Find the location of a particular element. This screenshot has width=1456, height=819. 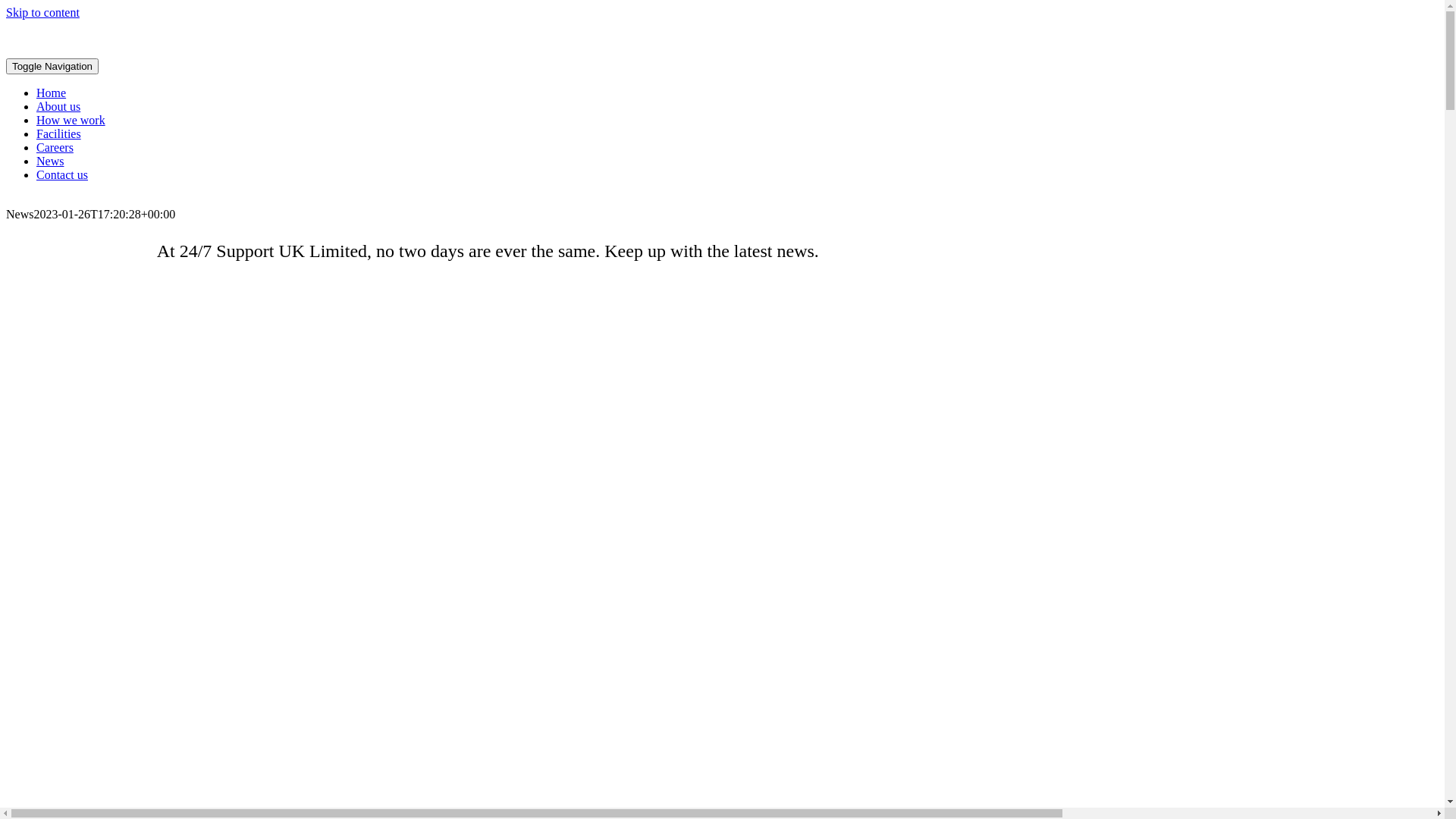

'Facilities' is located at coordinates (36, 133).